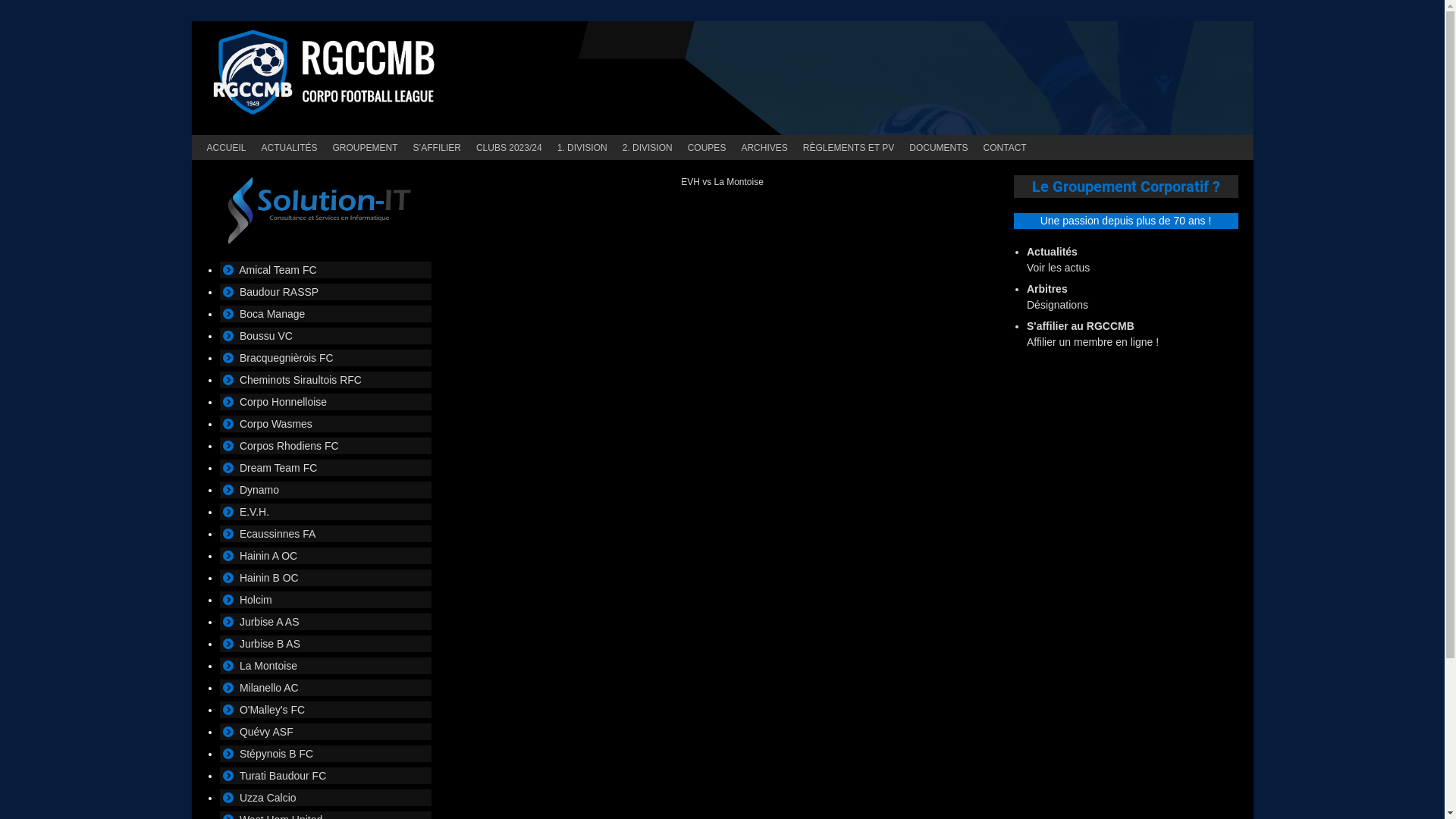 This screenshot has width=1456, height=819. I want to click on 'Holcim', so click(256, 598).